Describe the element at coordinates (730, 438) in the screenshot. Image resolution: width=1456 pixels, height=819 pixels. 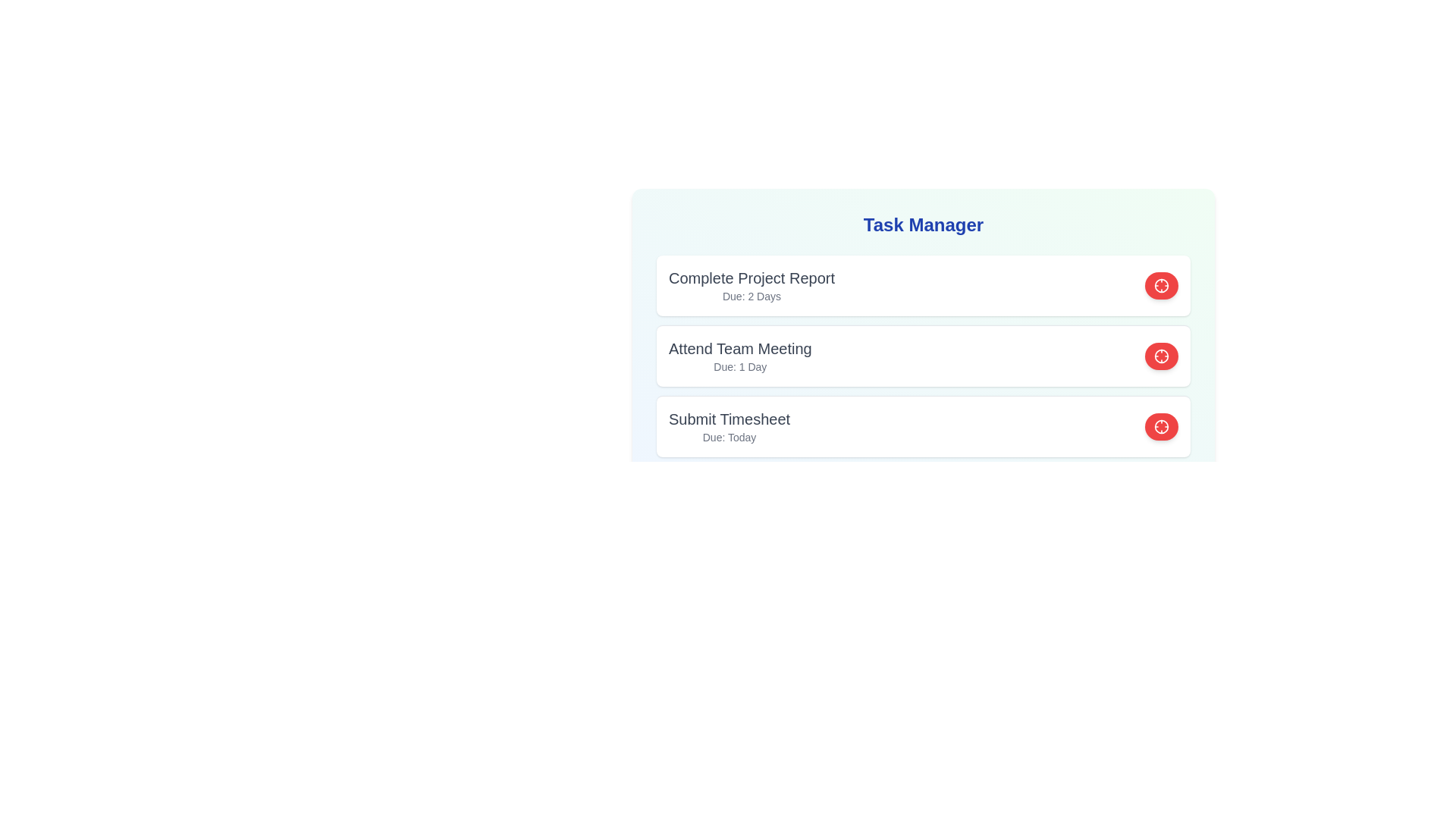
I see `the text label that reads 'Due: Today', which is styled in a small gray font and located below the 'Submit Timesheet' heading` at that location.